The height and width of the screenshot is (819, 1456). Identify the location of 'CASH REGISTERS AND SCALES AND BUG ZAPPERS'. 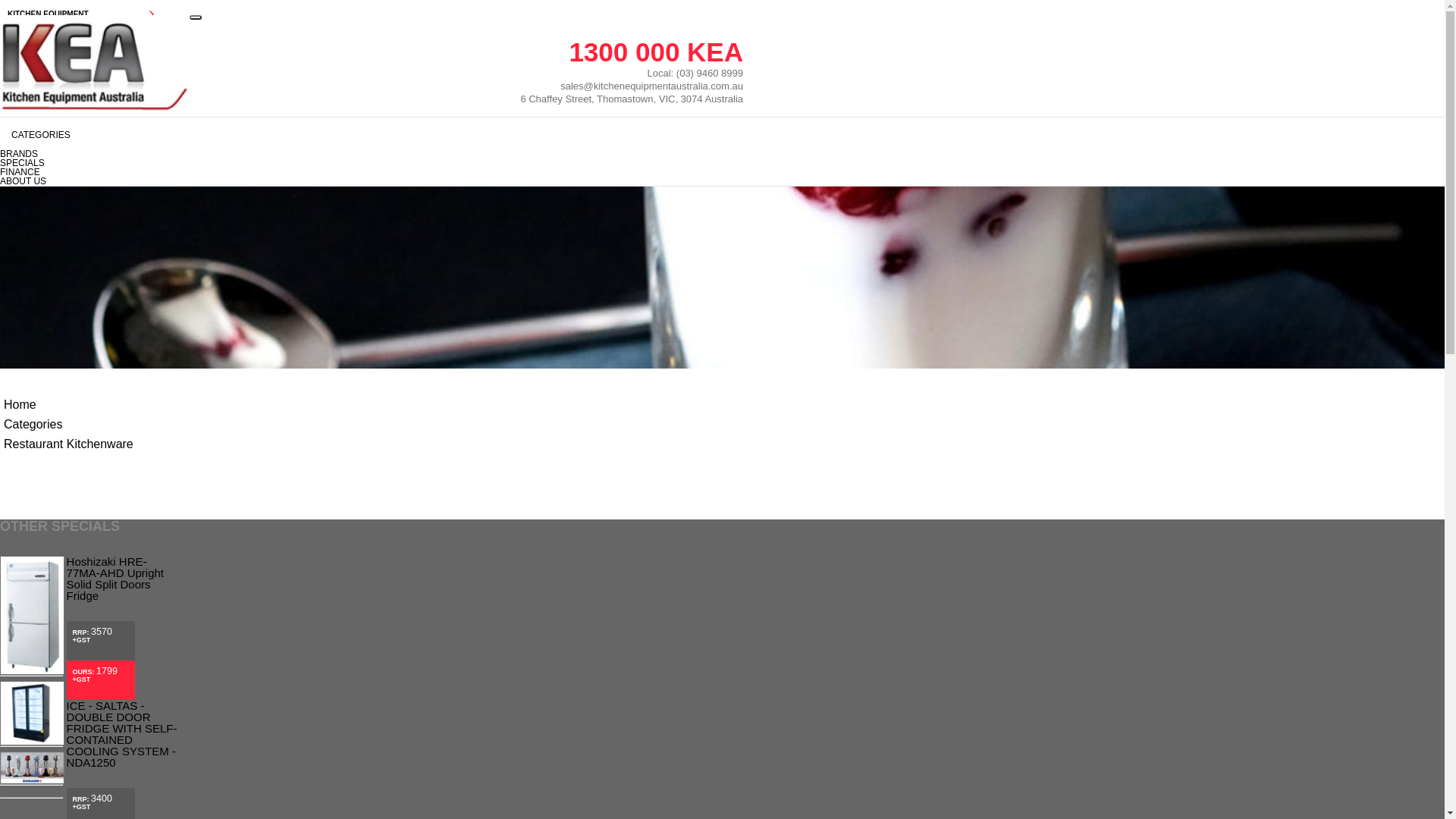
(83, 486).